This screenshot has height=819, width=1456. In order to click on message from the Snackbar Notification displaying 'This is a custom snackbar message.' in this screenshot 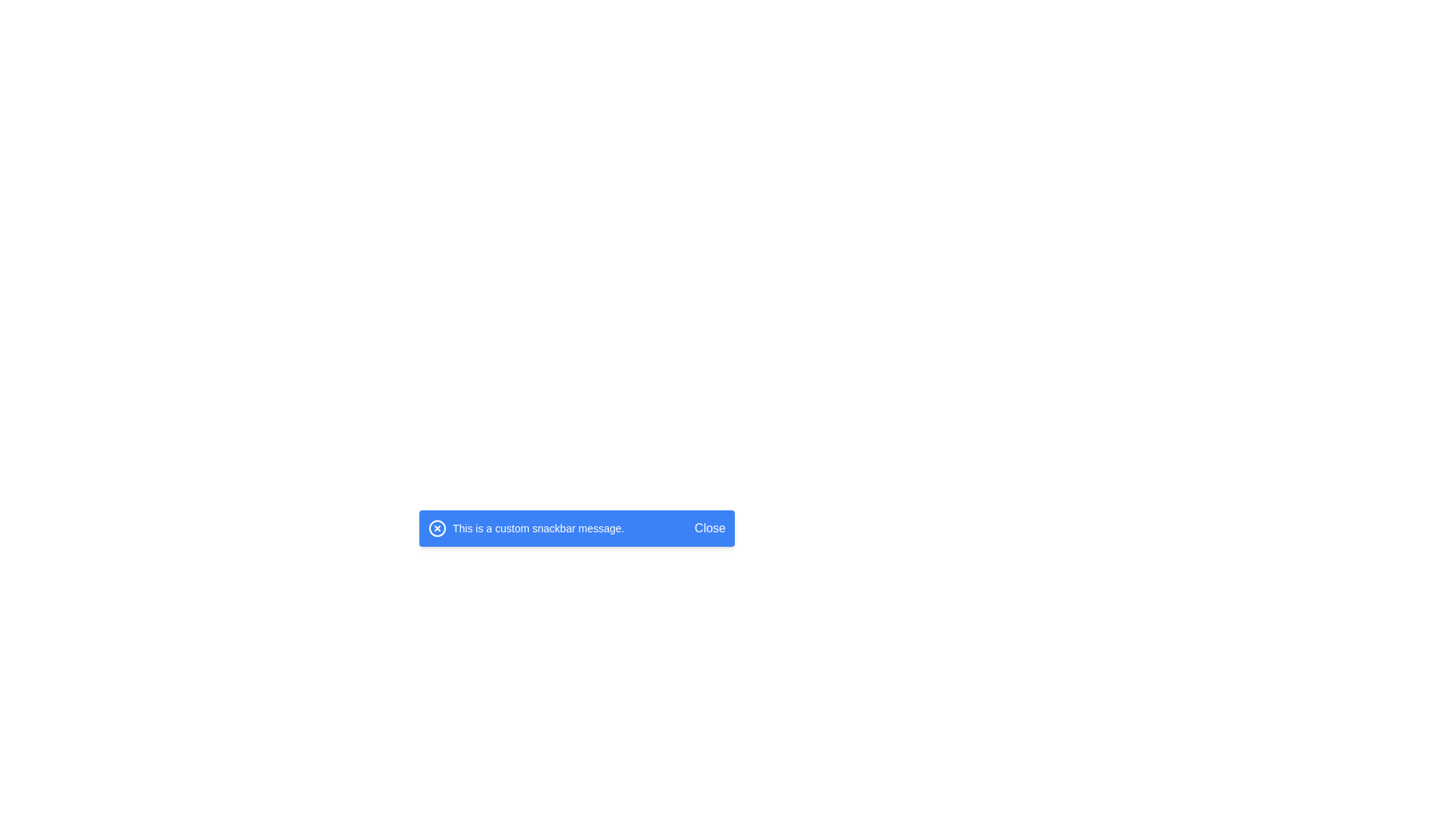, I will do `click(576, 528)`.